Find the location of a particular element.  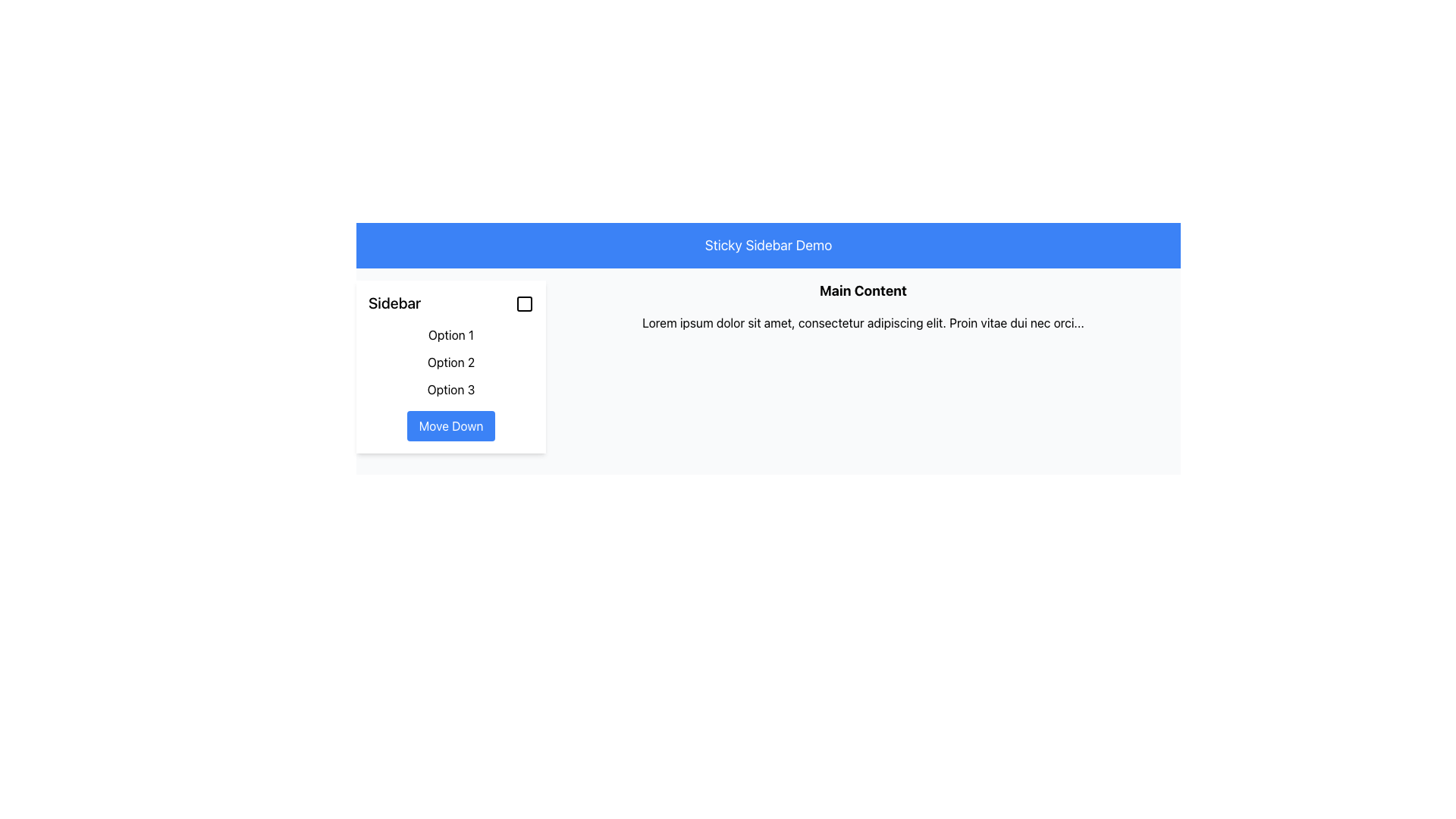

the decorative marker in the upper-right corner of the sidebar to trigger the tooltip is located at coordinates (524, 303).